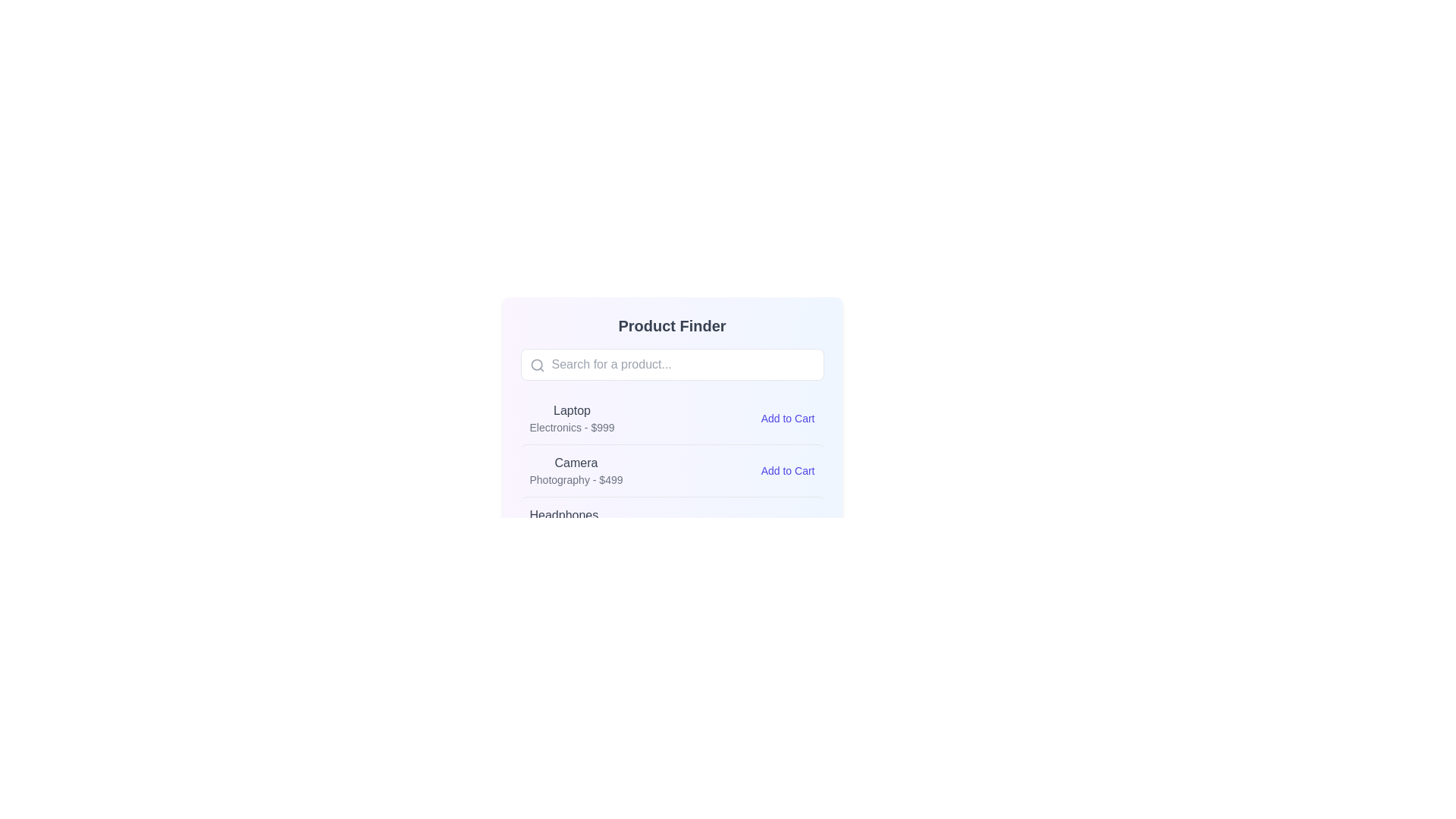 This screenshot has height=819, width=1456. Describe the element at coordinates (575, 470) in the screenshot. I see `the product information text display that shows details for the product located between 'Laptop' and 'Headphones' in the product list` at that location.